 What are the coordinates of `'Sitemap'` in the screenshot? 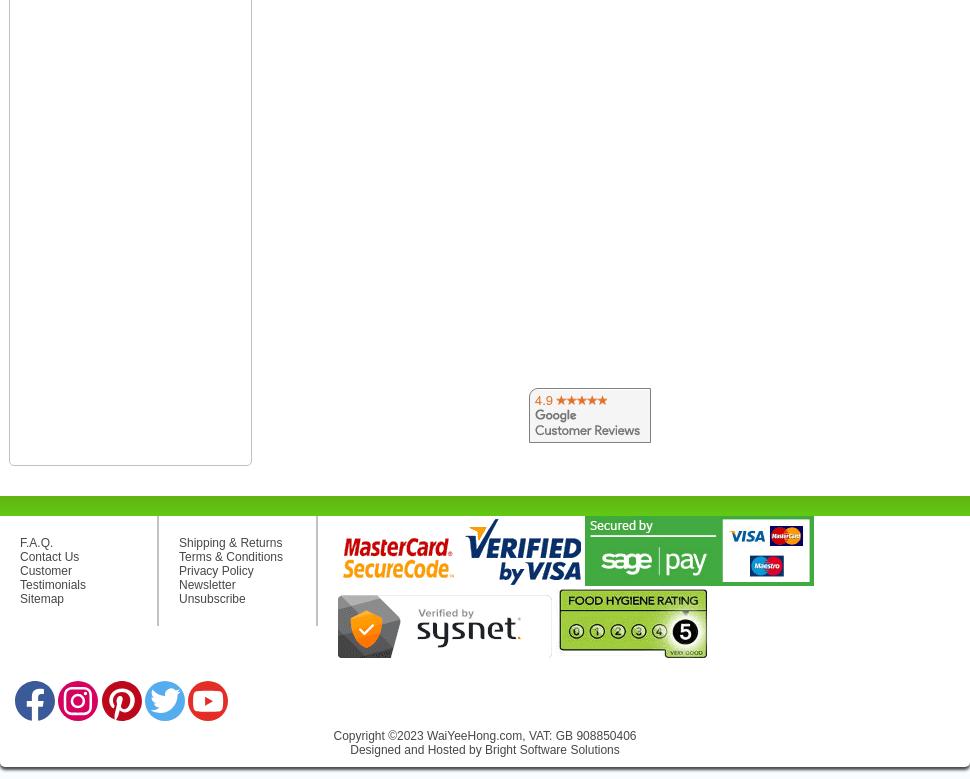 It's located at (19, 597).